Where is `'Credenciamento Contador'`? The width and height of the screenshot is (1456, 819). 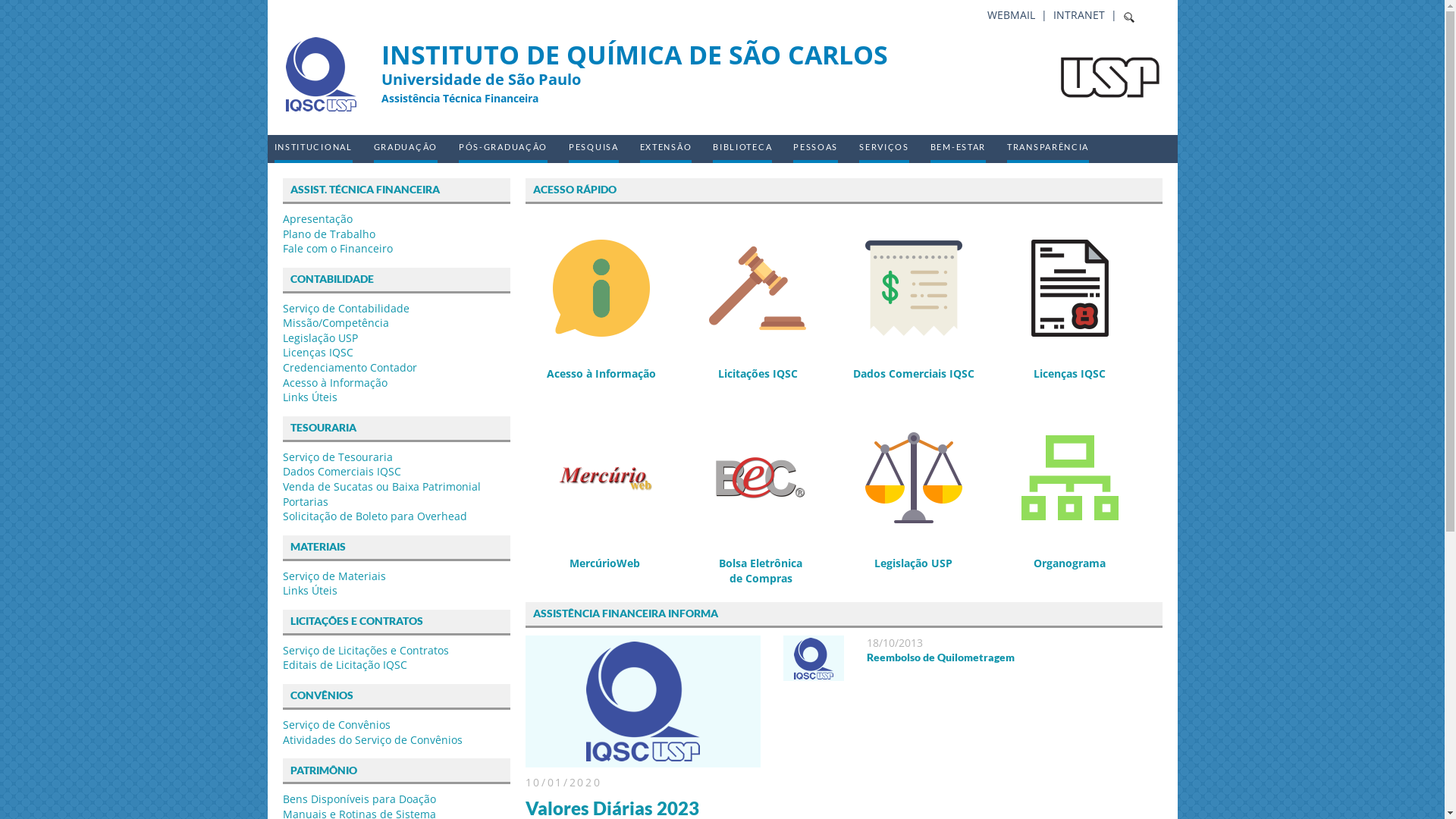
'Credenciamento Contador' is located at coordinates (348, 367).